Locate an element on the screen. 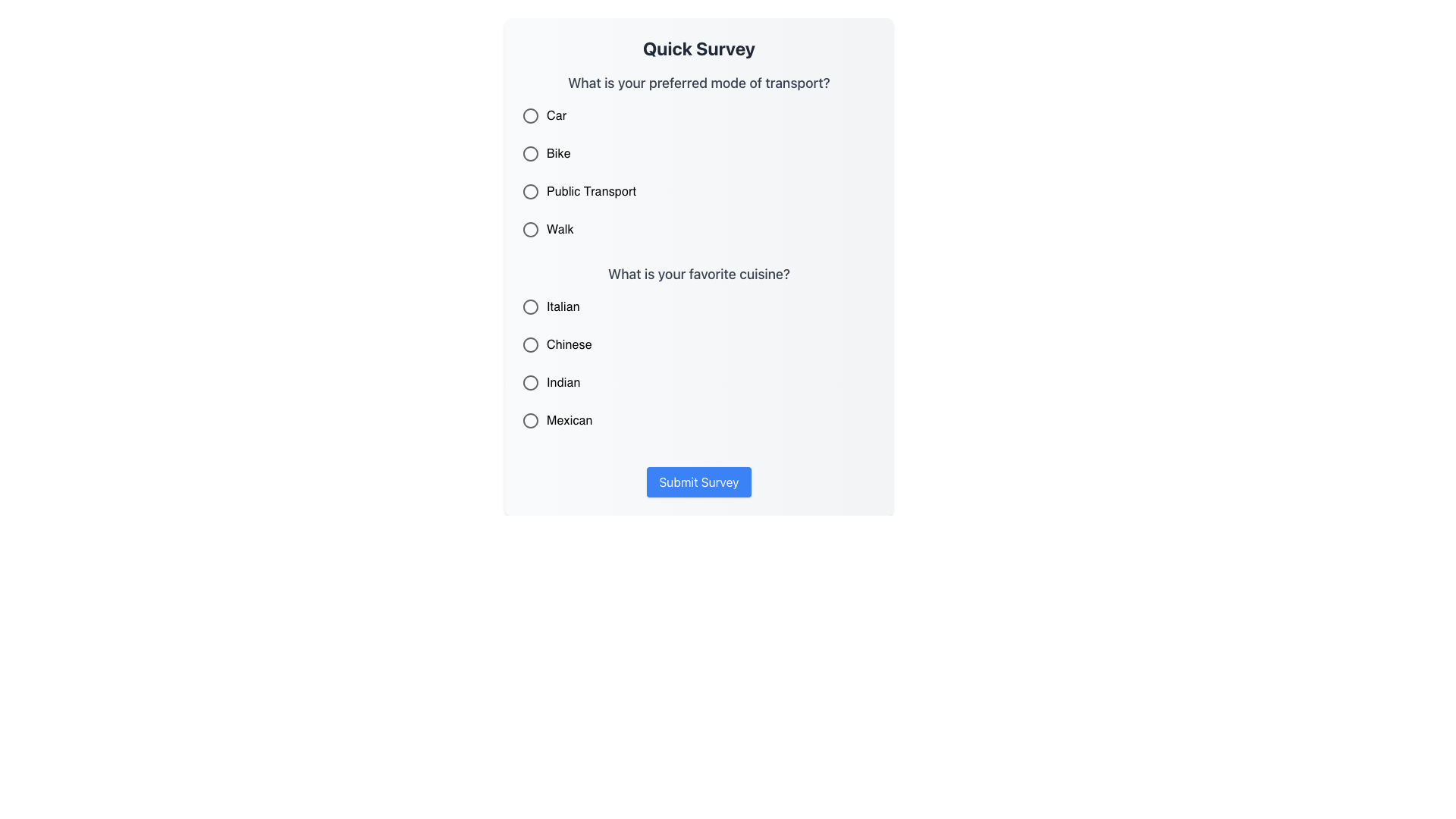 Image resolution: width=1456 pixels, height=819 pixels. the radio button for 'Public Transport' is located at coordinates (531, 191).